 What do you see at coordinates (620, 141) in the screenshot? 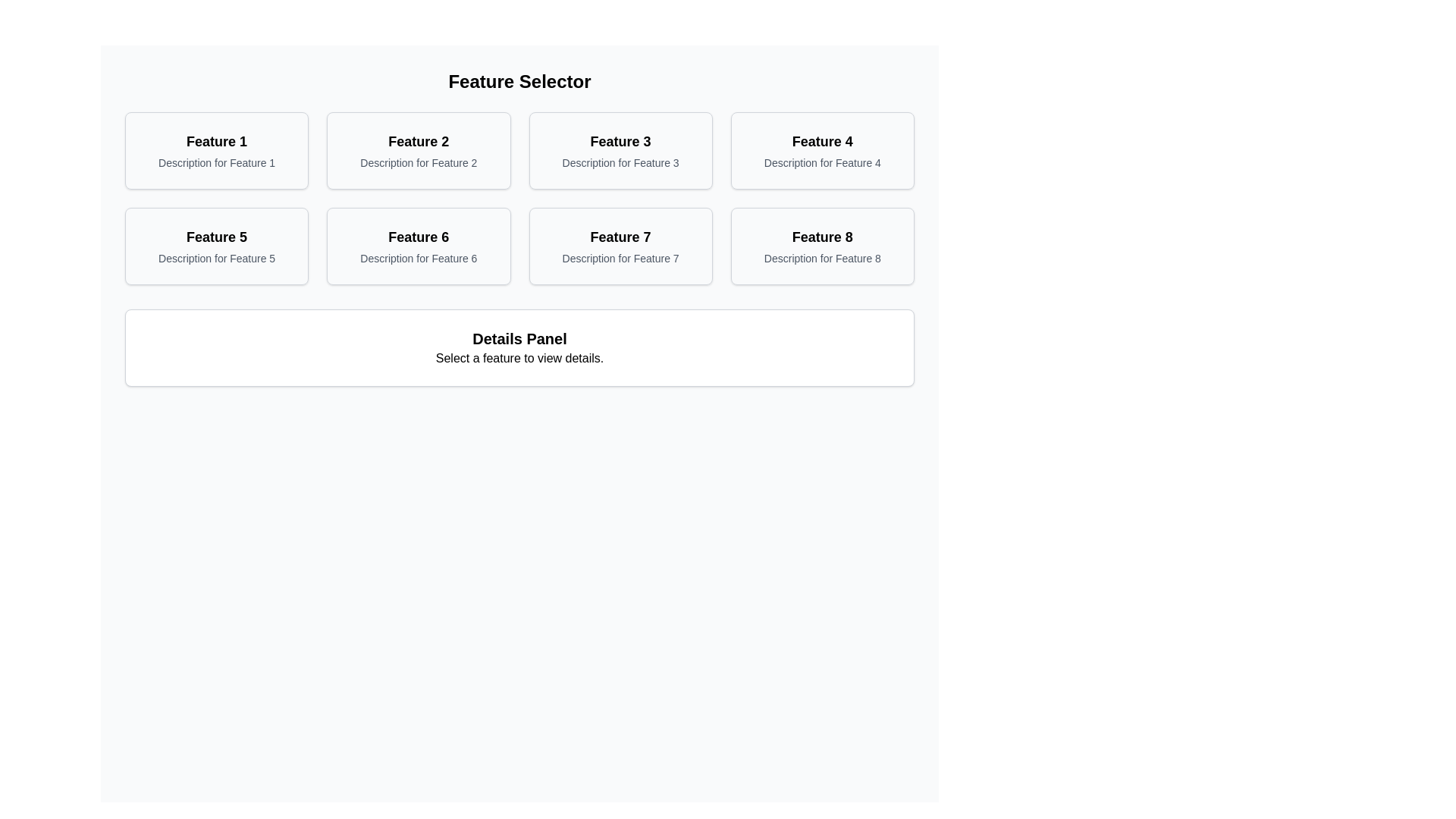
I see `the bold text label 'Feature 3', which serves as the title within the box labeled 'Feature 3 Description for Feature 3', located in the top row, third column of the grid` at bounding box center [620, 141].